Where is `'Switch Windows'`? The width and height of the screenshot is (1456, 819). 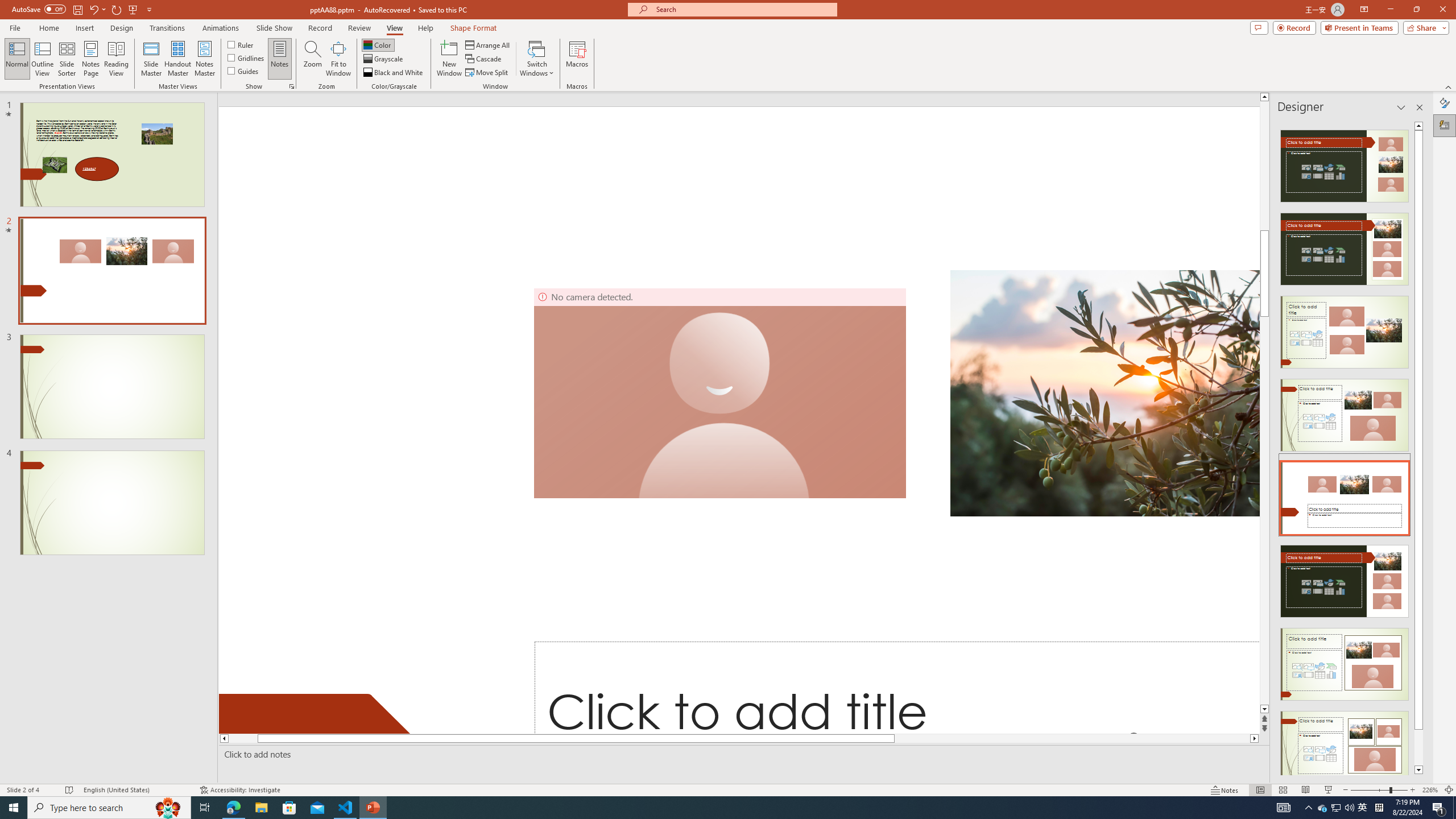 'Switch Windows' is located at coordinates (536, 59).